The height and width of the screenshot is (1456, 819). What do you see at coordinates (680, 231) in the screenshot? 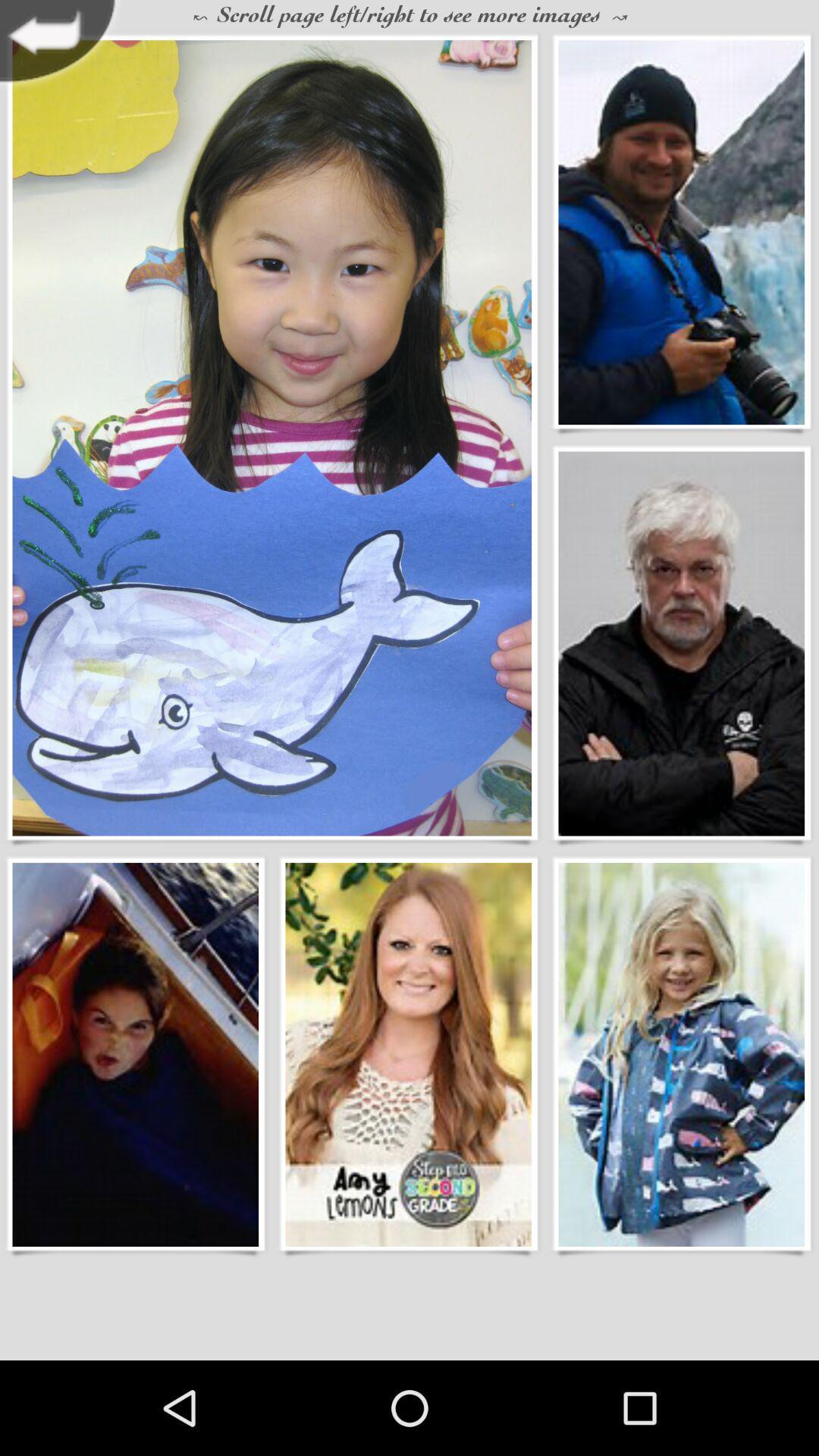
I see `person` at bounding box center [680, 231].